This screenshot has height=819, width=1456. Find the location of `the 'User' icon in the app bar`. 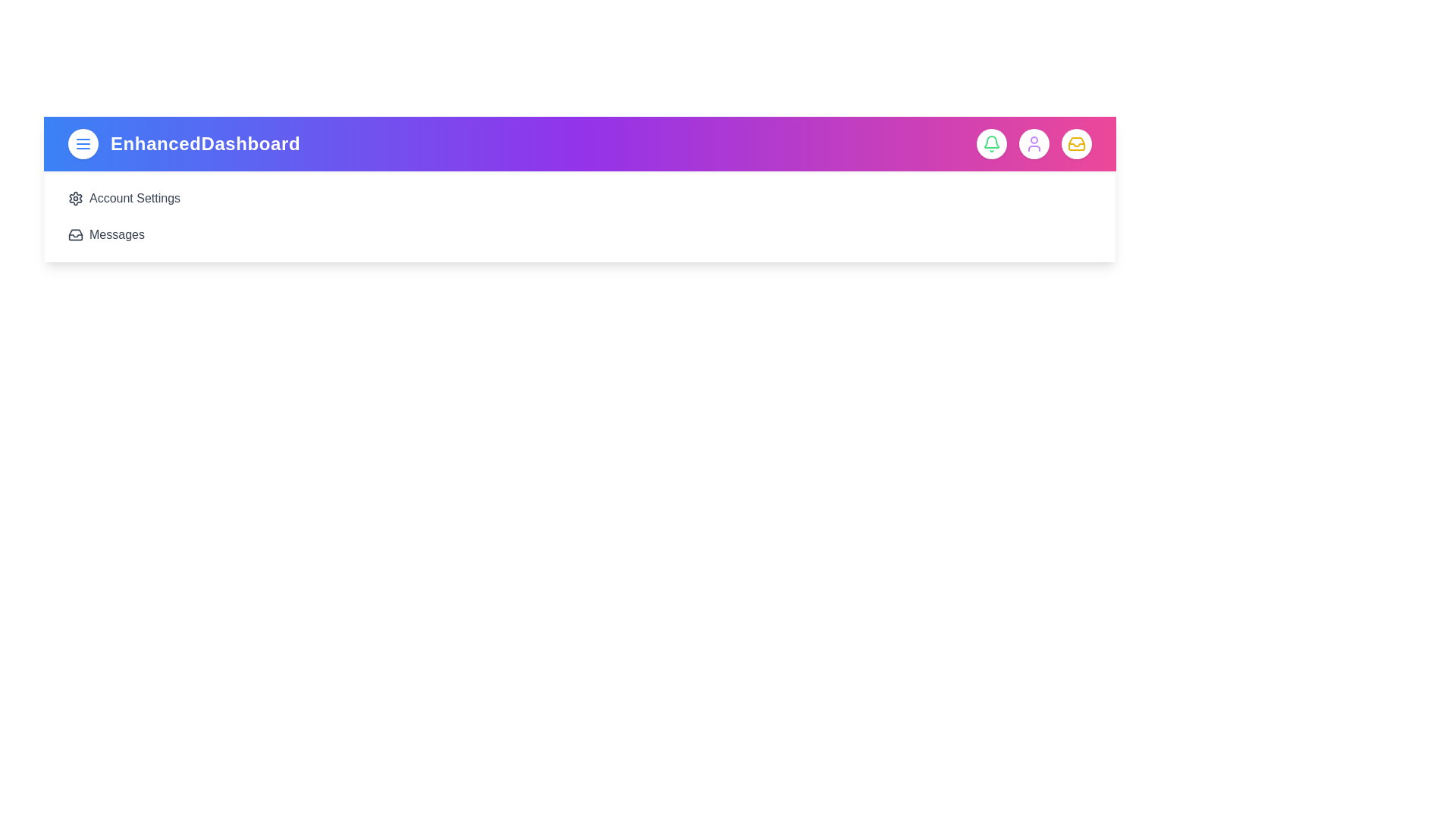

the 'User' icon in the app bar is located at coordinates (1033, 143).